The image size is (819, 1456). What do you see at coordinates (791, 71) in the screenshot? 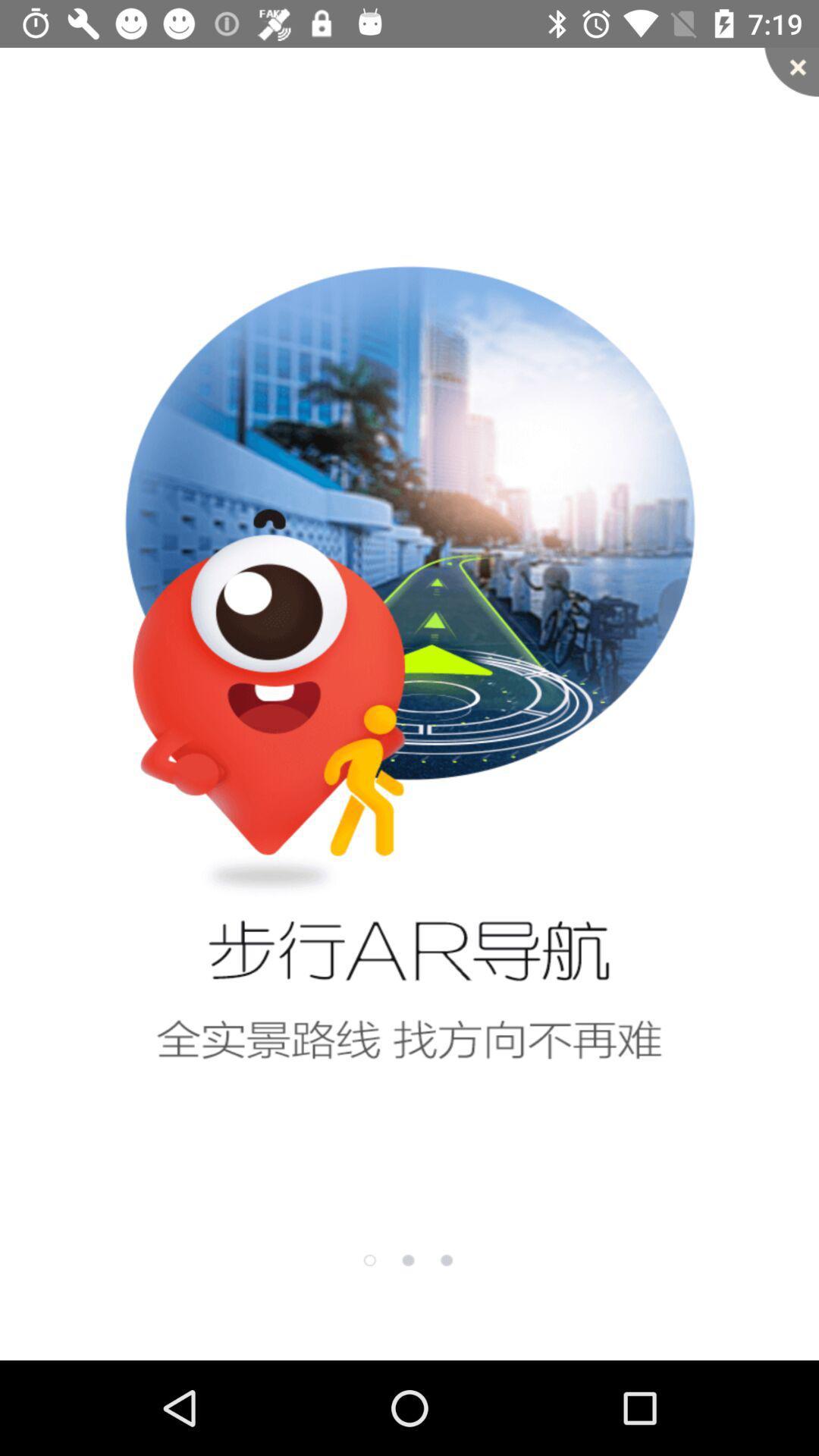
I see `close` at bounding box center [791, 71].